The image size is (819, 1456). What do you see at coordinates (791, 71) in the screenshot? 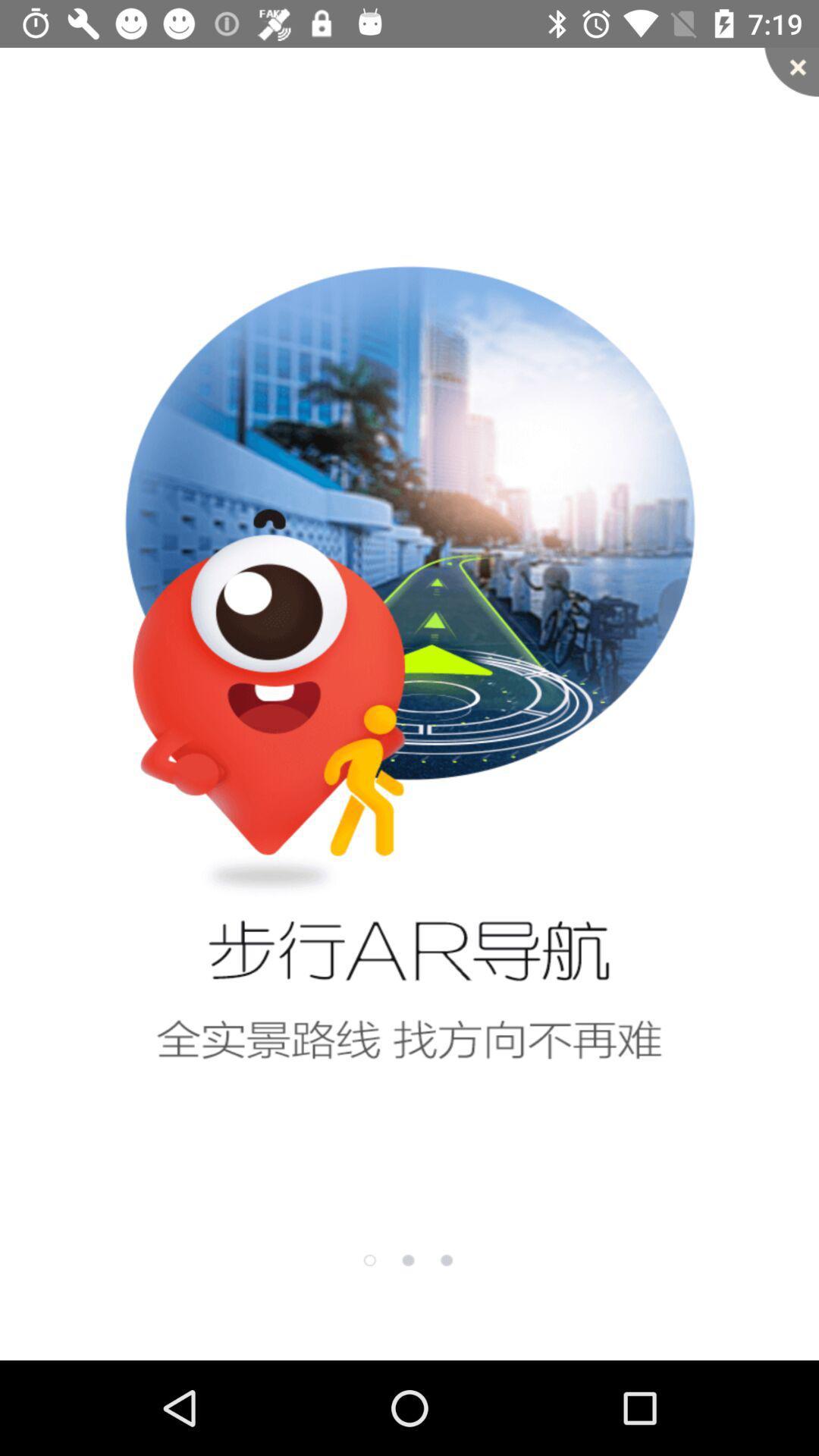
I see `close` at bounding box center [791, 71].